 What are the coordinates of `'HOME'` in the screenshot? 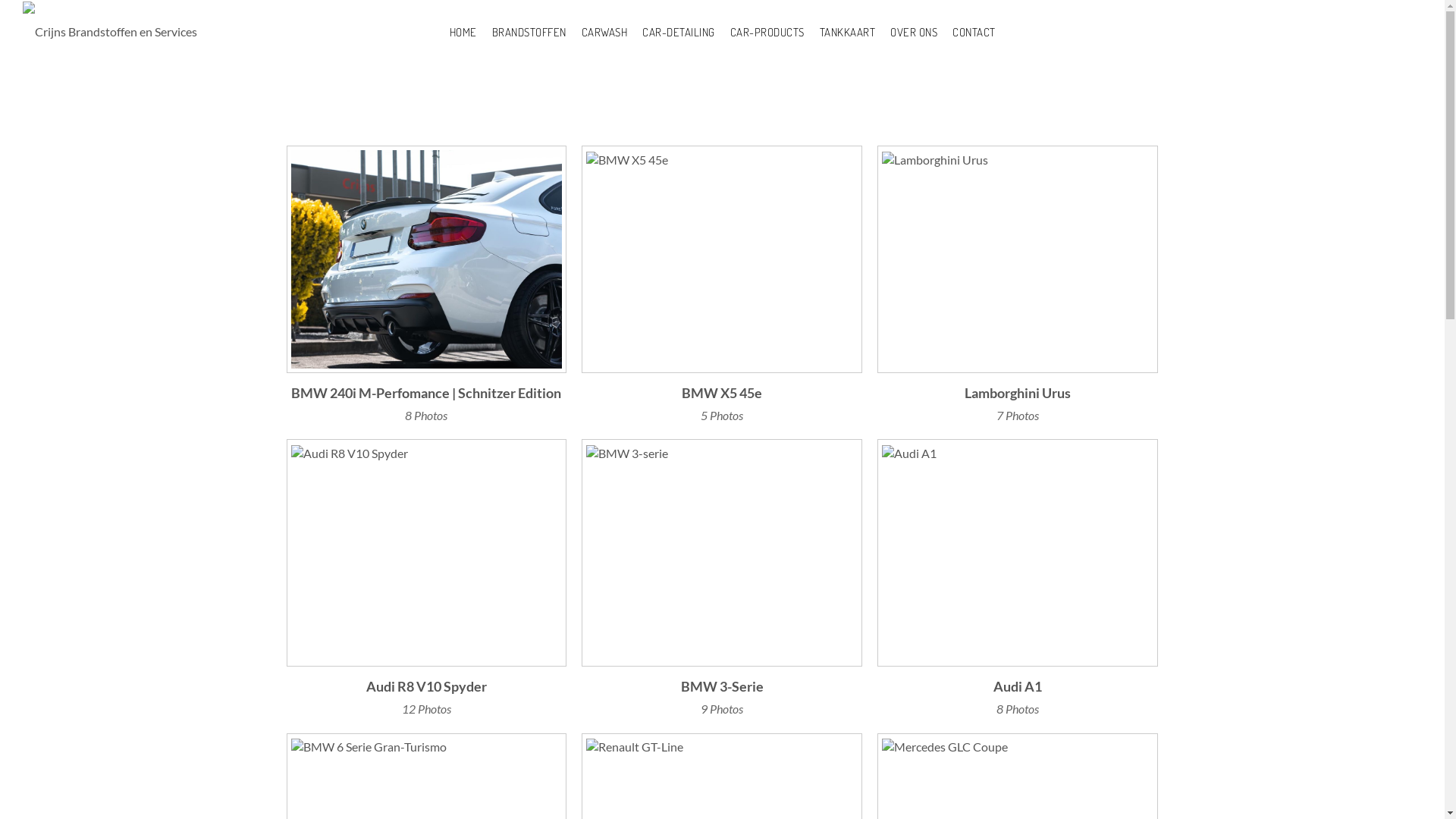 It's located at (461, 32).